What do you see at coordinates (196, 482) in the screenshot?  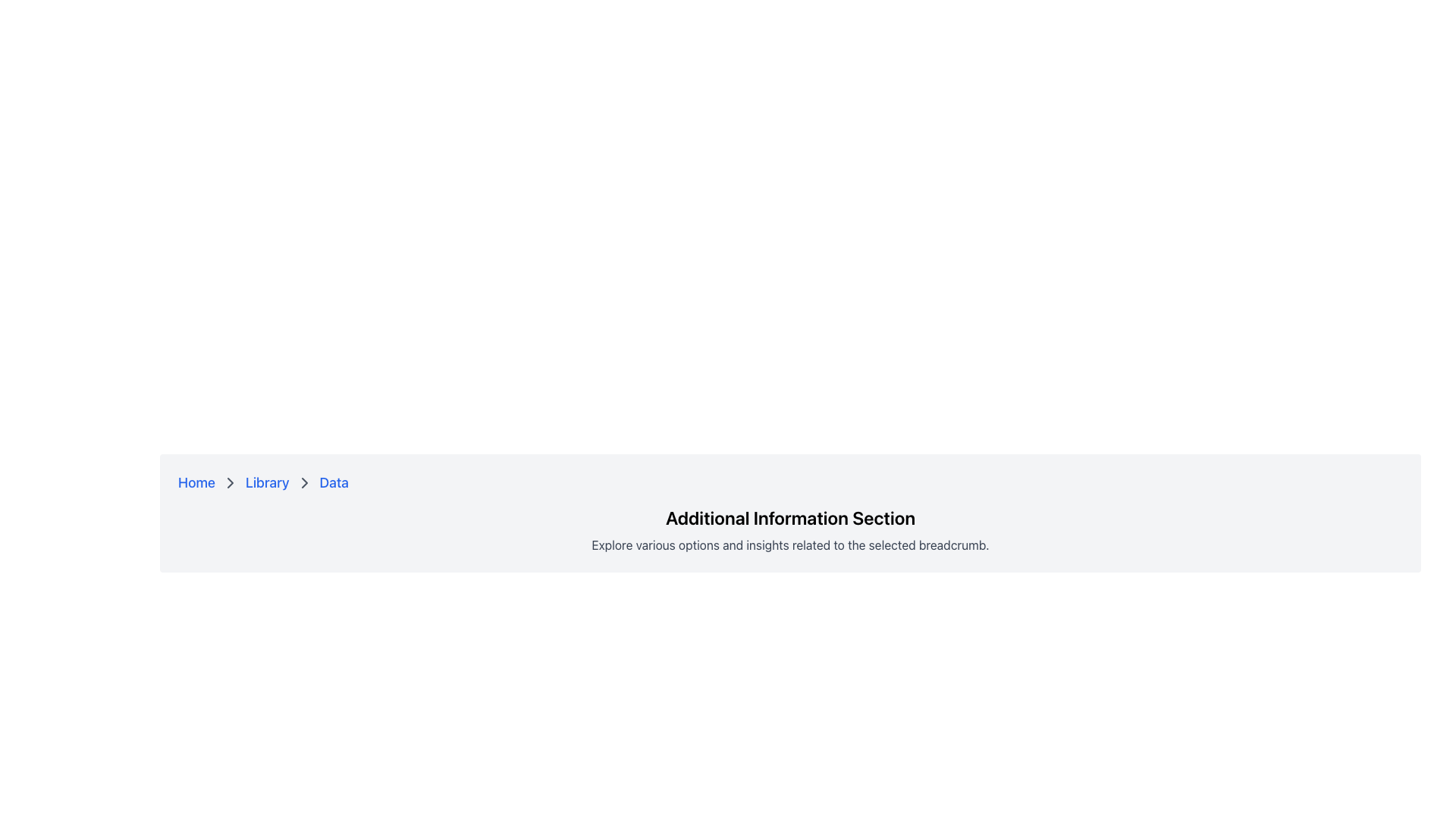 I see `the breadcrumb navigation link that redirects to the home page to trigger a color change` at bounding box center [196, 482].